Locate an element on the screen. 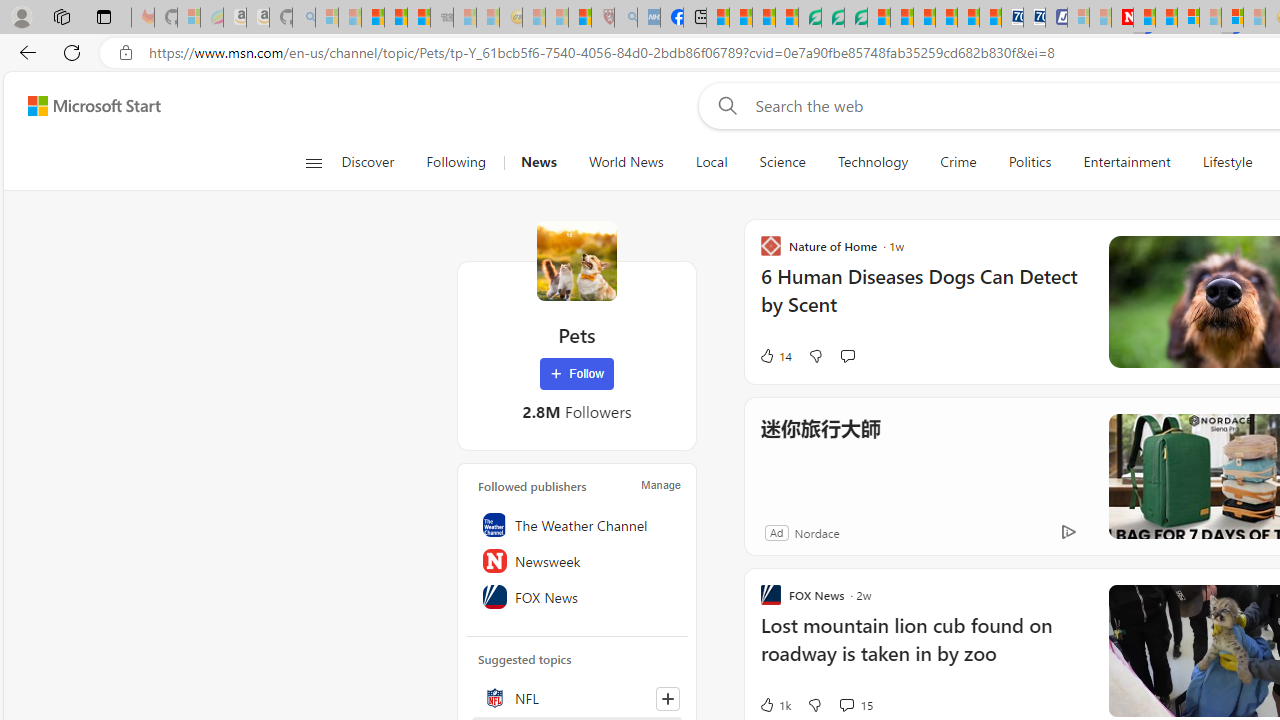  'The Weather Channel - MSN' is located at coordinates (373, 17).